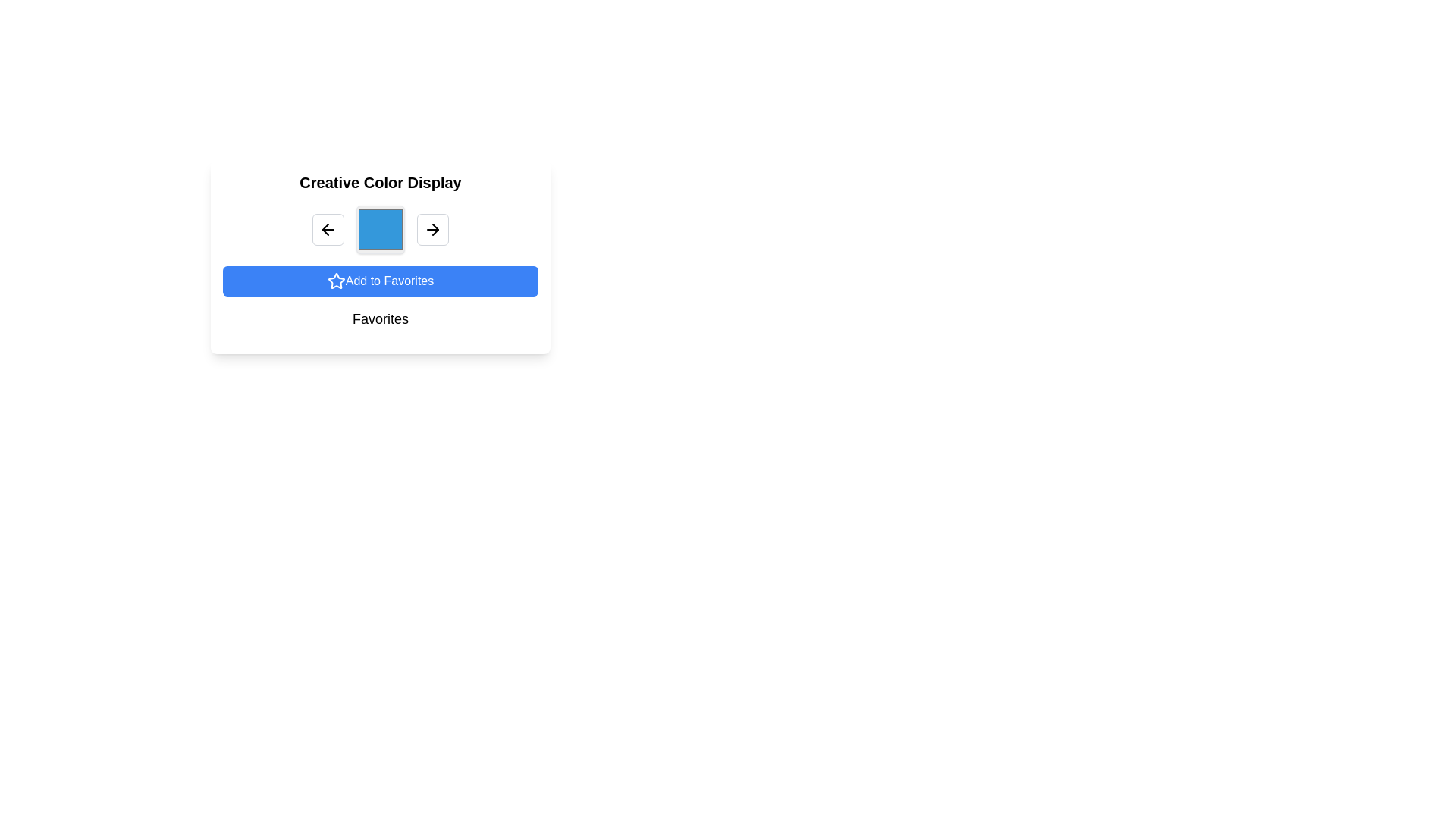 The height and width of the screenshot is (819, 1456). Describe the element at coordinates (327, 230) in the screenshot. I see `the left arrow button outlined in an SVG style to observe its hover effects as part of the navigation interface` at that location.